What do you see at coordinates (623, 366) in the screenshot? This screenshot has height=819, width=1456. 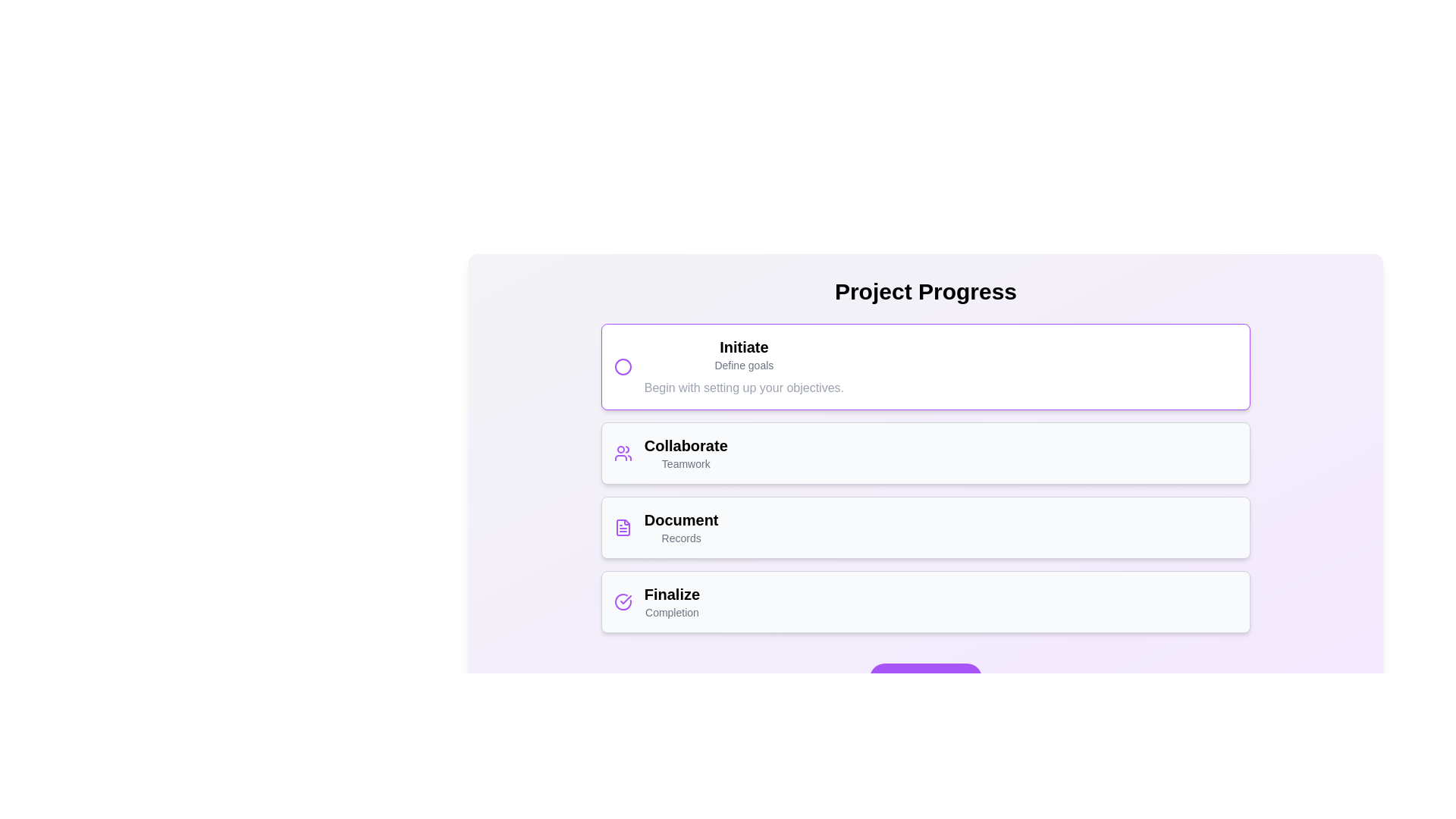 I see `the circular icon with a purple outline located at the leftmost side of the card labeled 'Initiate', which is vertically aligned in the middle of the card's content area` at bounding box center [623, 366].